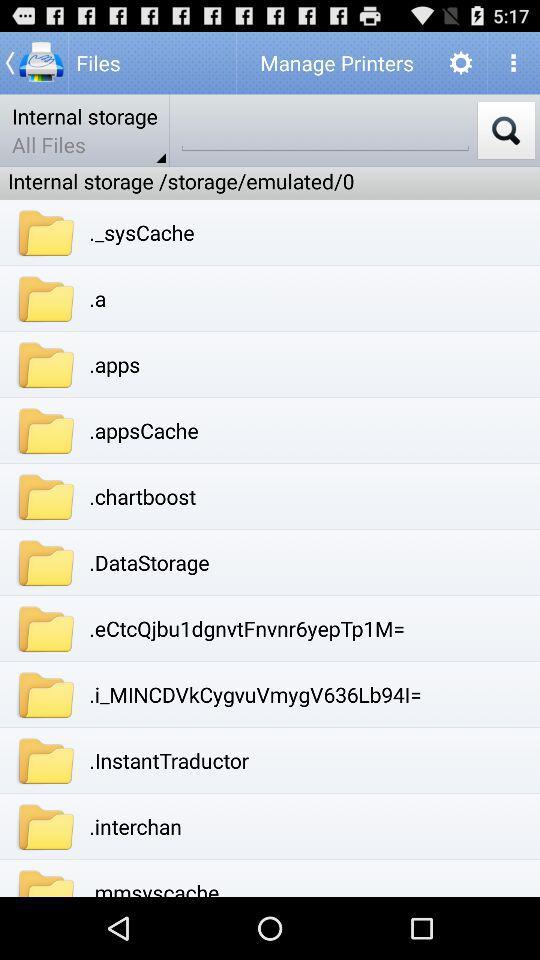 The height and width of the screenshot is (960, 540). I want to click on file name, so click(325, 129).